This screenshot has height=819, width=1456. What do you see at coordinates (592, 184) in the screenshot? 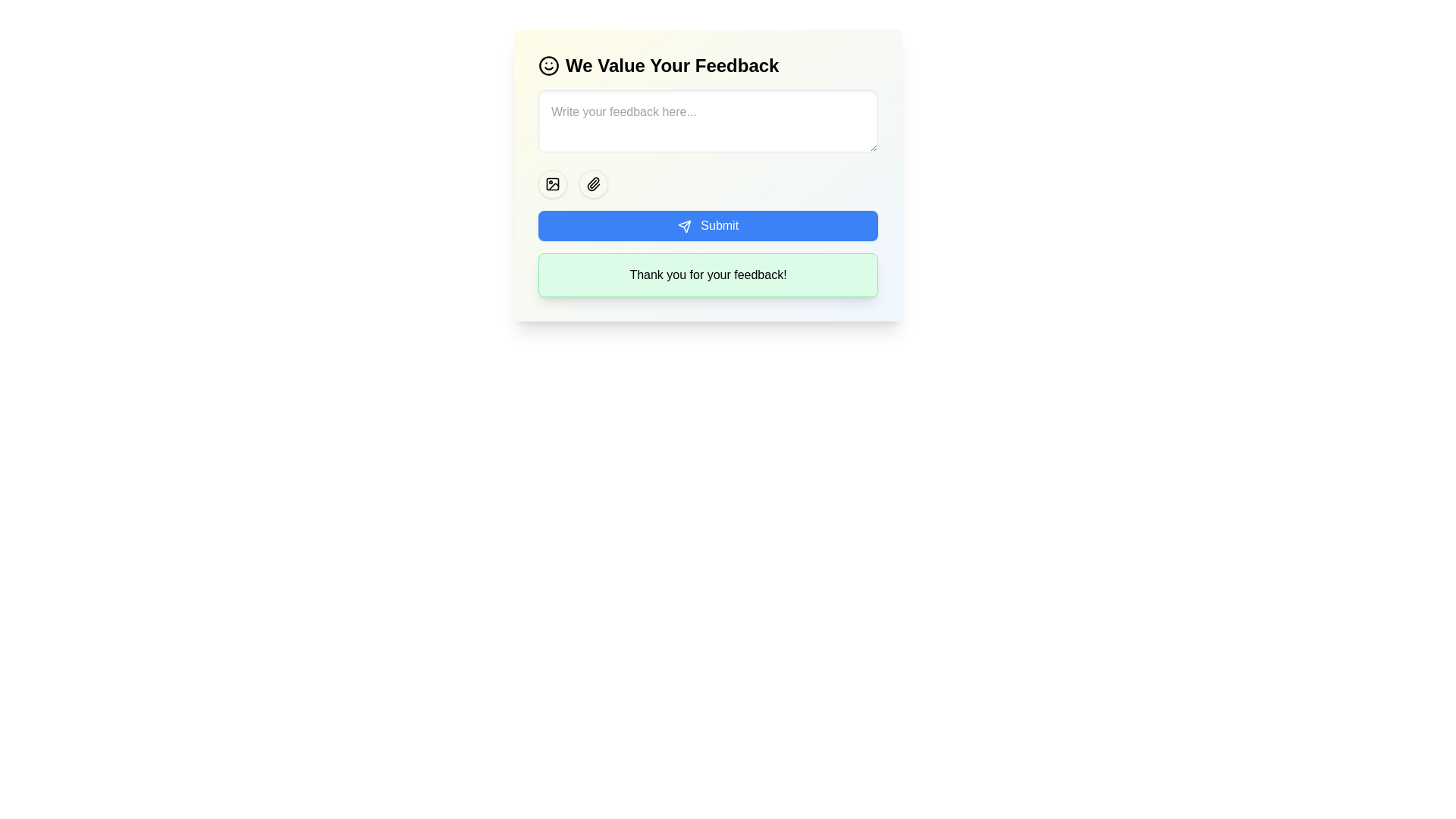
I see `the paperclip icon button located underneath the feedback text area to initiate the attachment functionality` at bounding box center [592, 184].